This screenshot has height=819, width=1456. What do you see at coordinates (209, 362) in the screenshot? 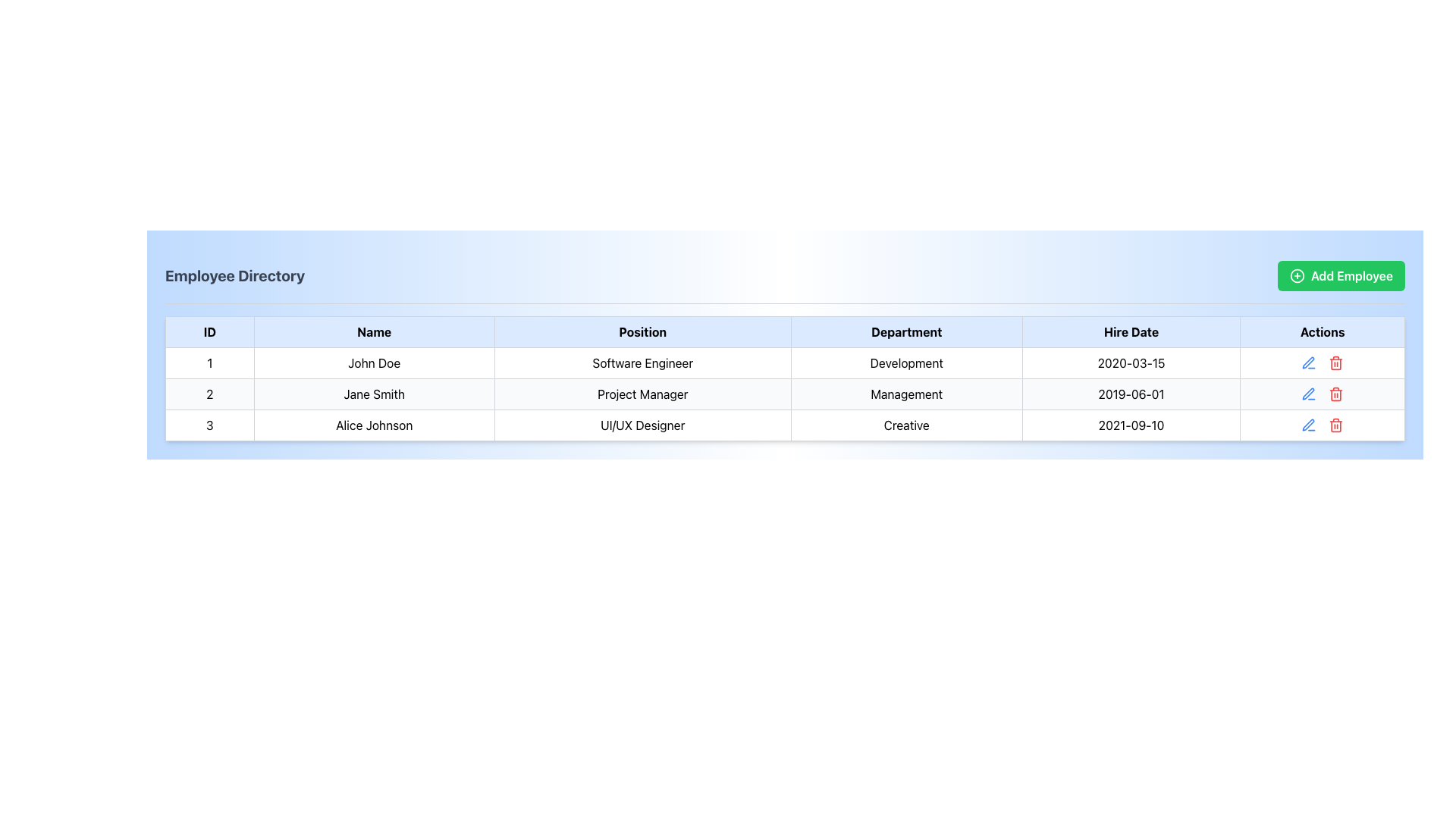
I see `the first cell in the row for employee 'John Doe' in the 'ID' column of the table` at bounding box center [209, 362].